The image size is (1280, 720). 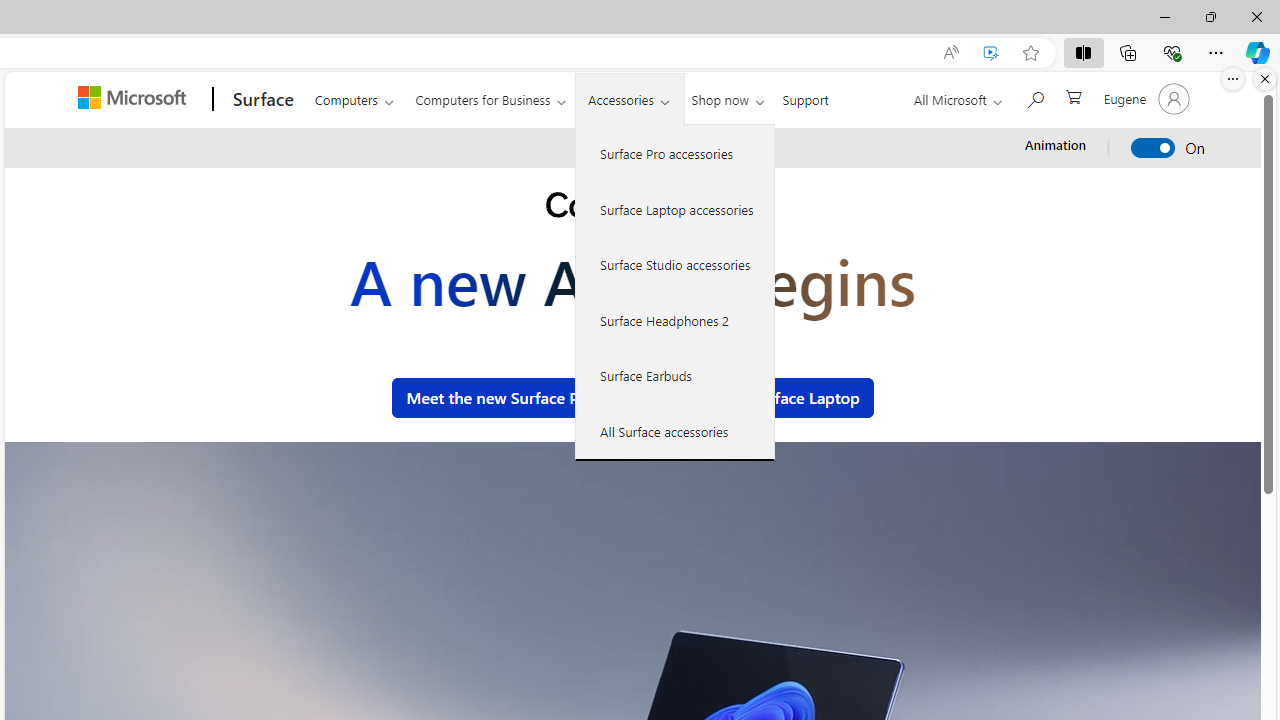 I want to click on 'Surface Studio accessories', so click(x=675, y=263).